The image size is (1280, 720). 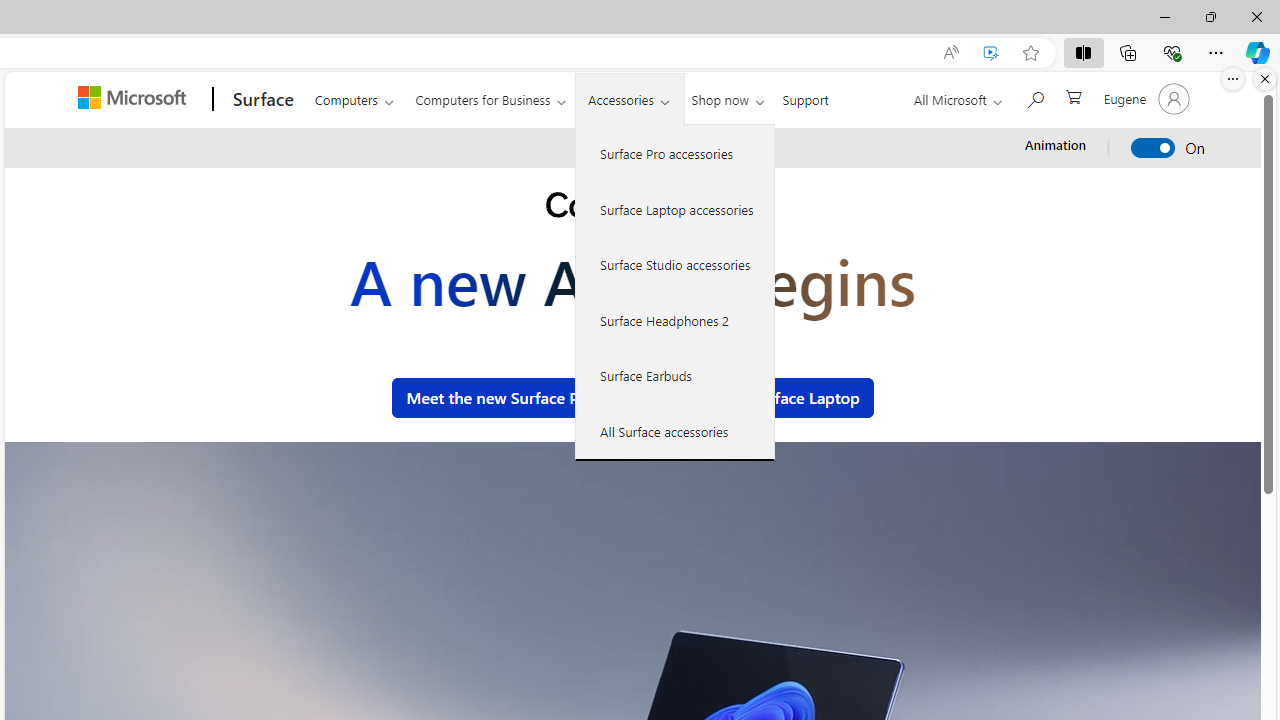 I want to click on 'Surface Studio accessories', so click(x=675, y=263).